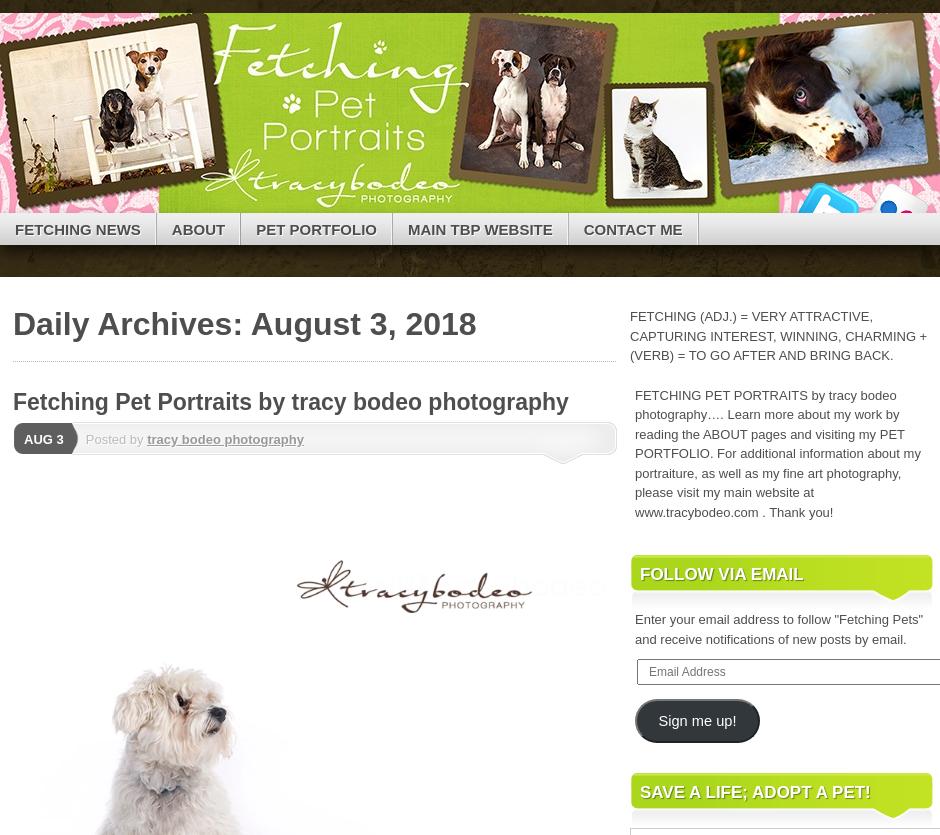 The height and width of the screenshot is (835, 940). I want to click on 'Pet Portfolio', so click(316, 228).